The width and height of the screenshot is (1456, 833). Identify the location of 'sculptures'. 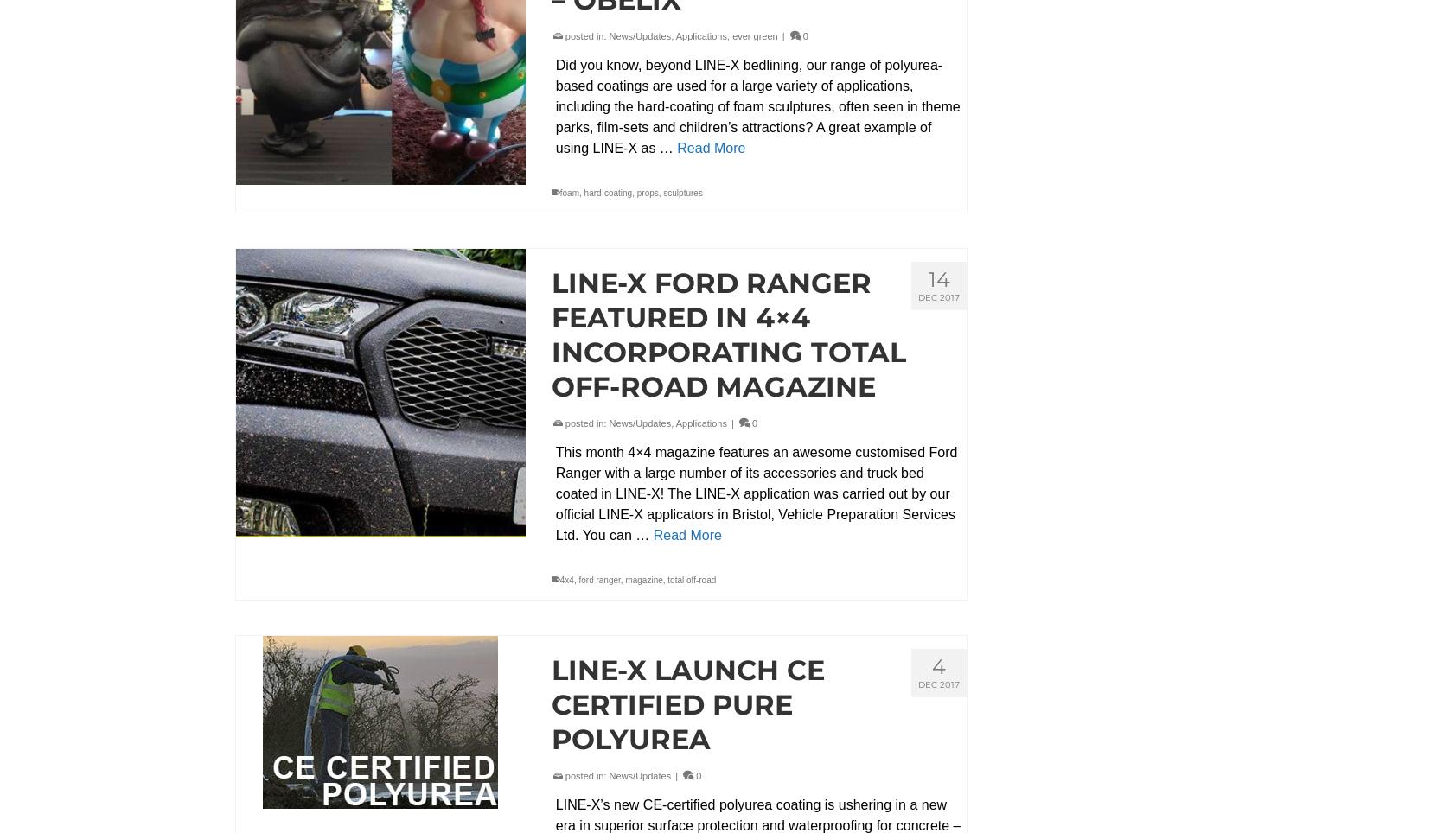
(682, 192).